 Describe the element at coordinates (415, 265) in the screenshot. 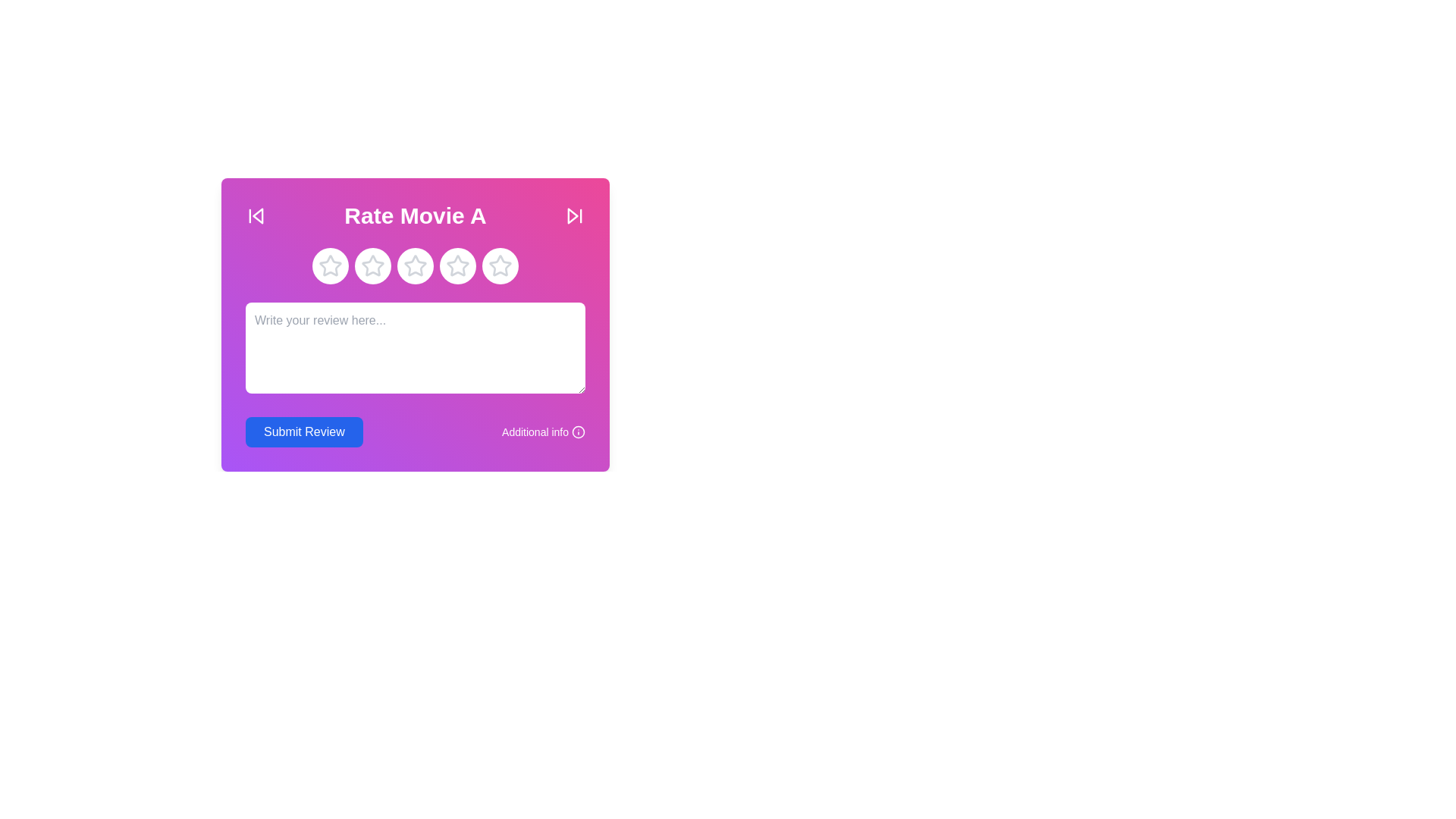

I see `the third star icon in the rating section` at that location.